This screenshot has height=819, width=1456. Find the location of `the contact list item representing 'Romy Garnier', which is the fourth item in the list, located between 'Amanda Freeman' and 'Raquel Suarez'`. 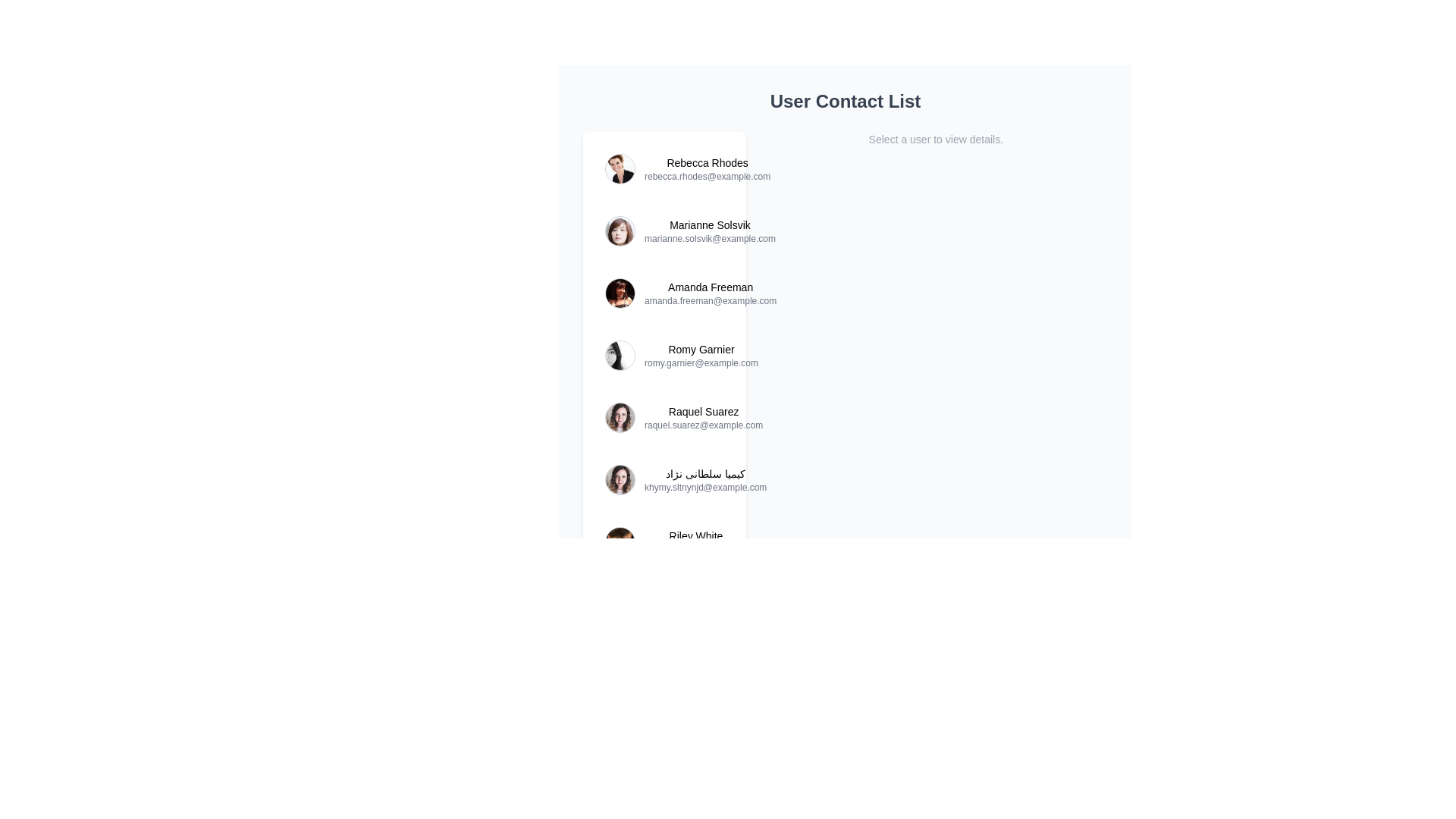

the contact list item representing 'Romy Garnier', which is the fourth item in the list, located between 'Amanda Freeman' and 'Raquel Suarez' is located at coordinates (664, 356).